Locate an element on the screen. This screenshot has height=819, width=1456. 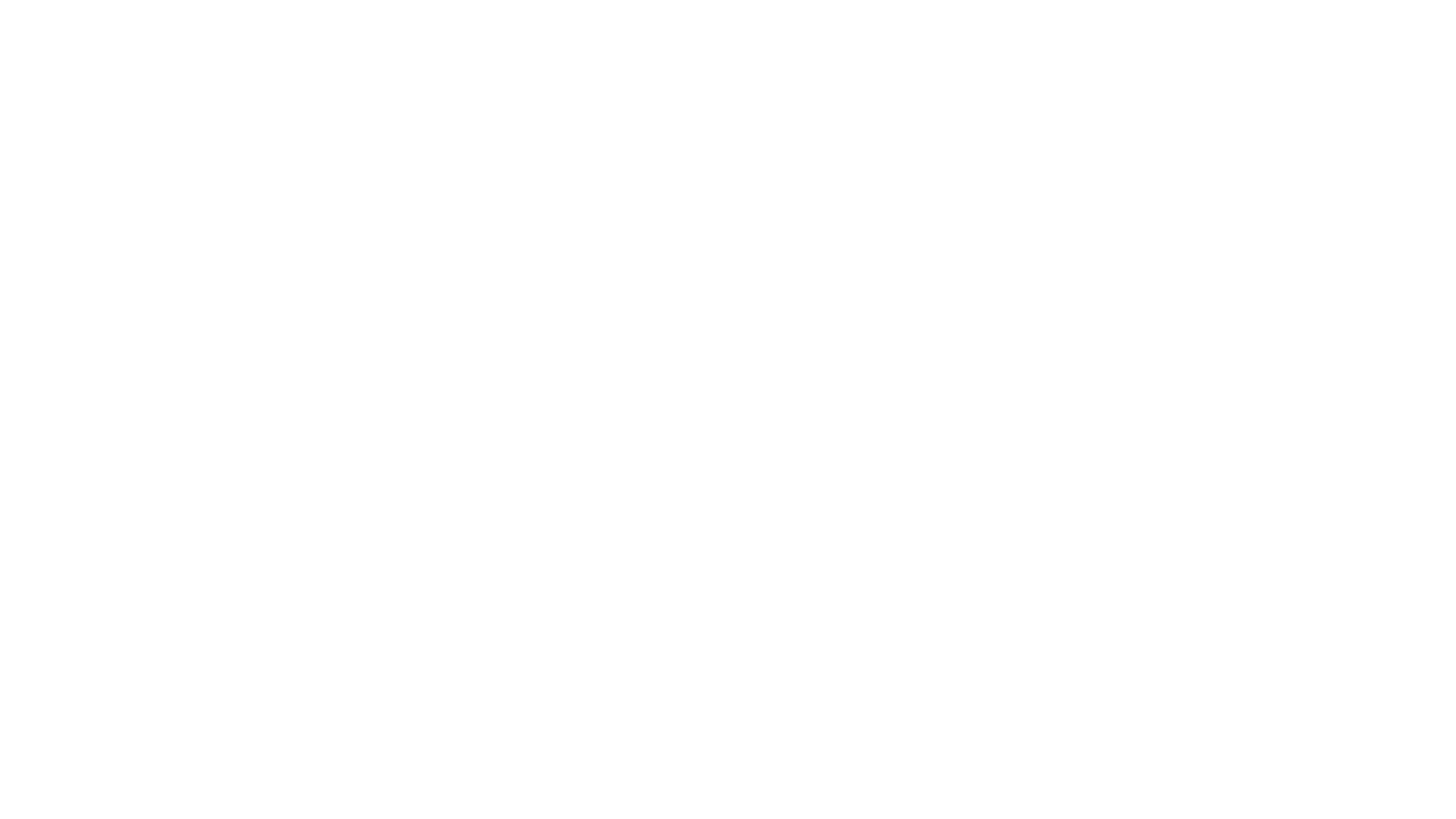
About is located at coordinates (654, 20).